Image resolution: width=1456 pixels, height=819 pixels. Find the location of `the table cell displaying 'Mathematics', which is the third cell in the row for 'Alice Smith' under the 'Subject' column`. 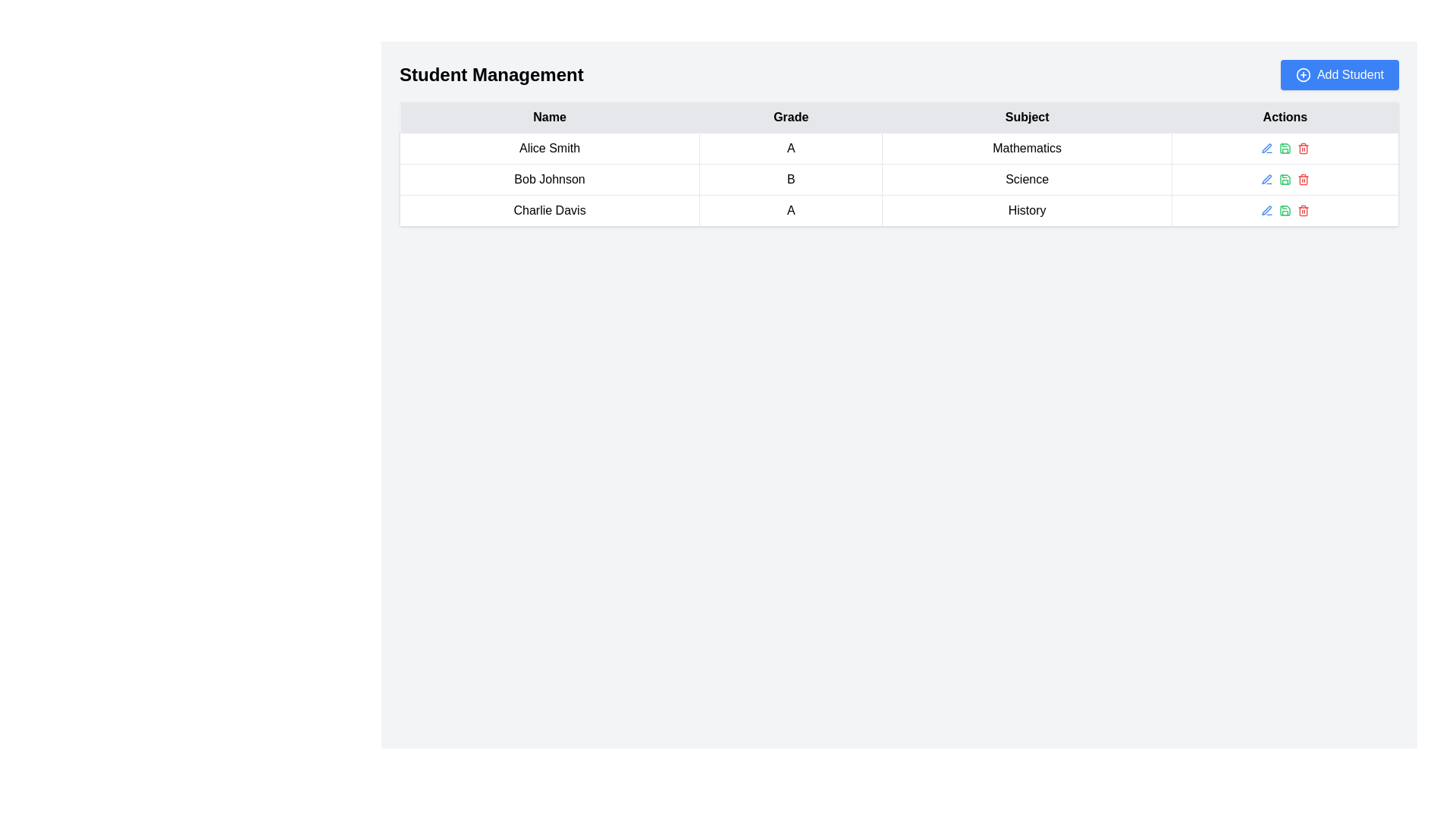

the table cell displaying 'Mathematics', which is the third cell in the row for 'Alice Smith' under the 'Subject' column is located at coordinates (1027, 149).